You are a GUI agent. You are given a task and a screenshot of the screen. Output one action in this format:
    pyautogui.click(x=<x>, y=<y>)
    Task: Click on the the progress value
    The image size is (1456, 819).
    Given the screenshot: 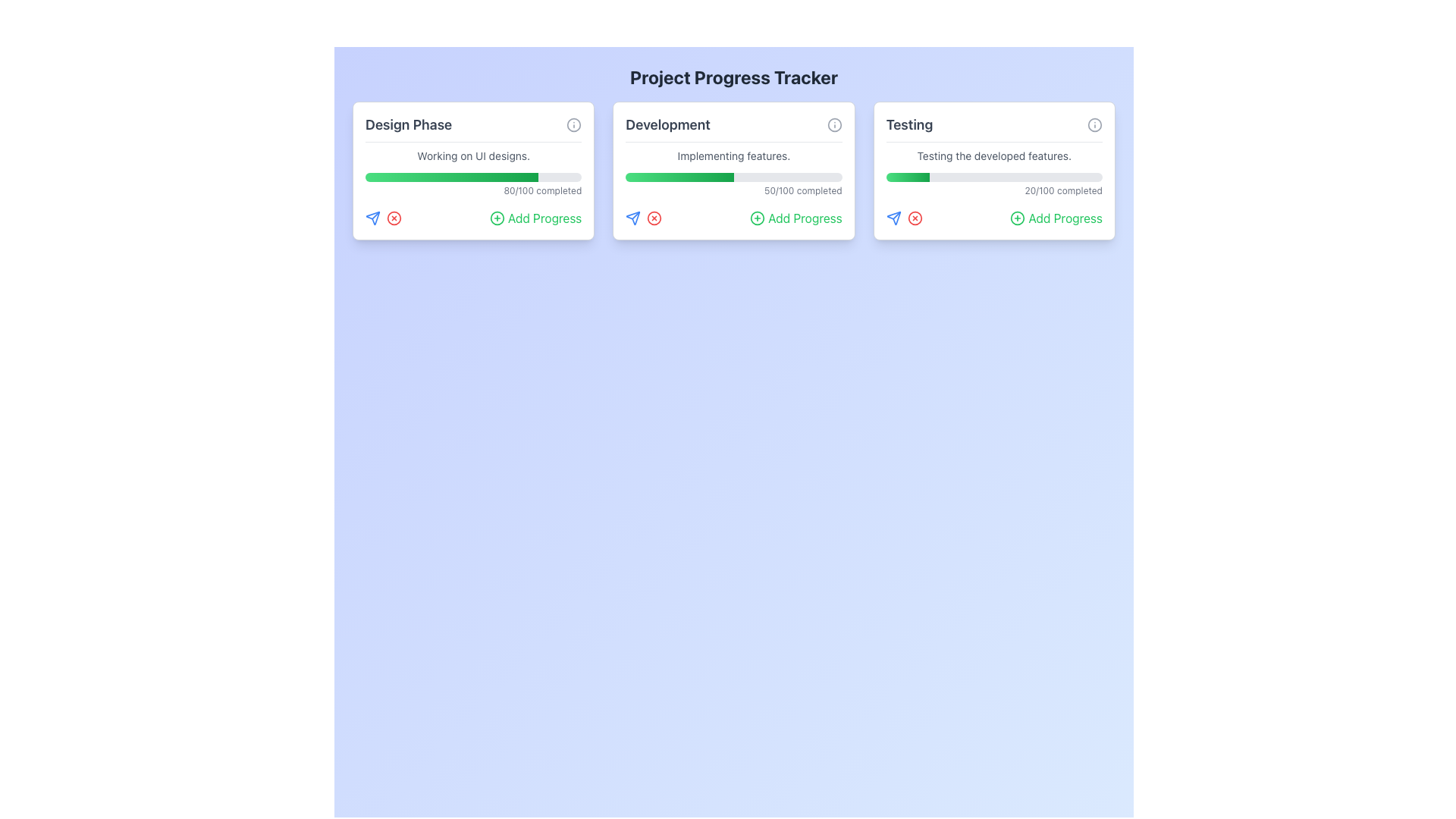 What is the action you would take?
    pyautogui.click(x=920, y=177)
    